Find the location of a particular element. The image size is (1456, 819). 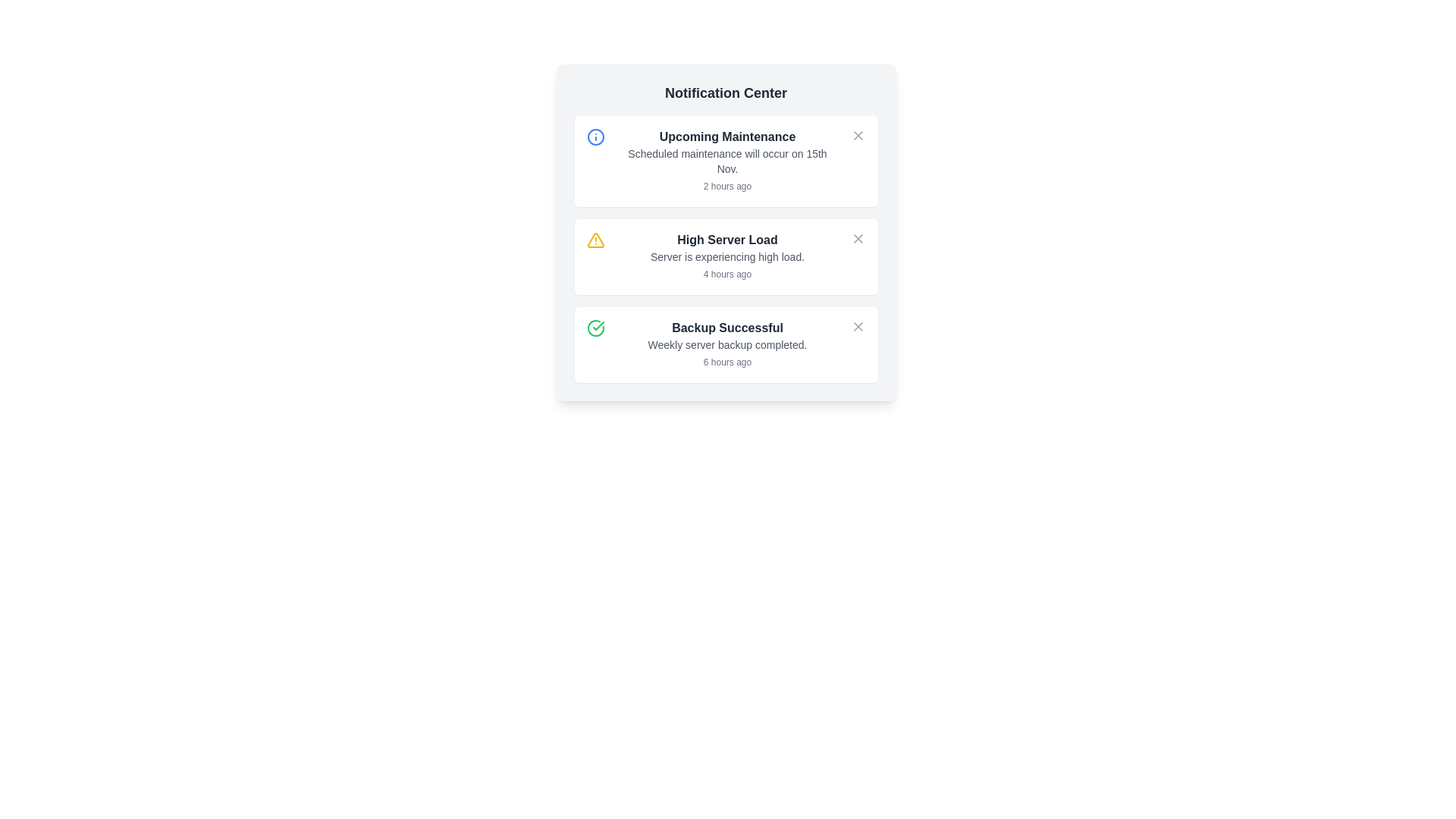

the title label of the notification message located at the top of the first notification card in the Notification Center is located at coordinates (726, 137).